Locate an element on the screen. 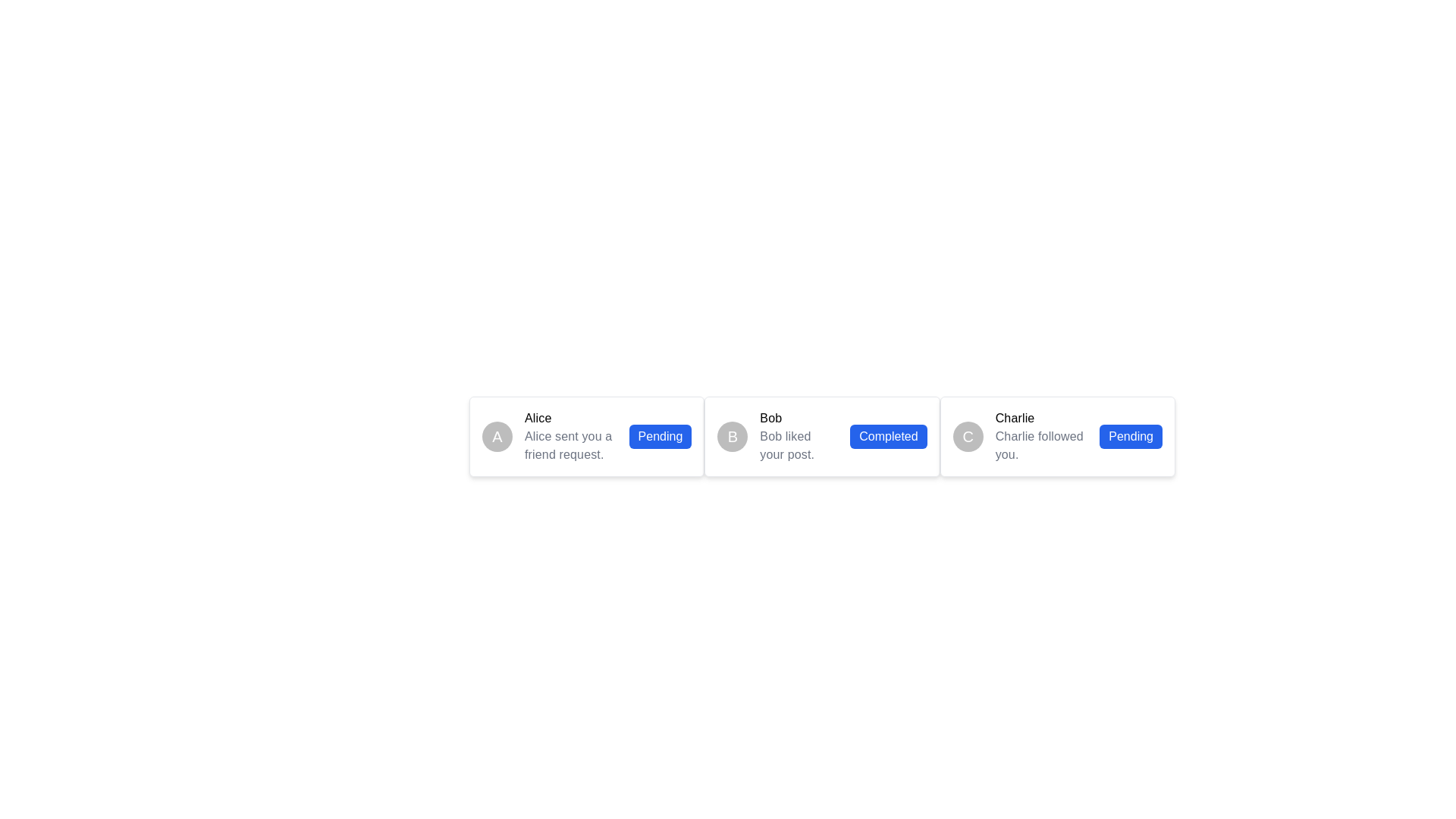 This screenshot has width=1456, height=819. the Notification Card that features an avatar with 'A', the name 'Alice' in bold, and the message 'Alice sent you a friend request.' is located at coordinates (586, 436).